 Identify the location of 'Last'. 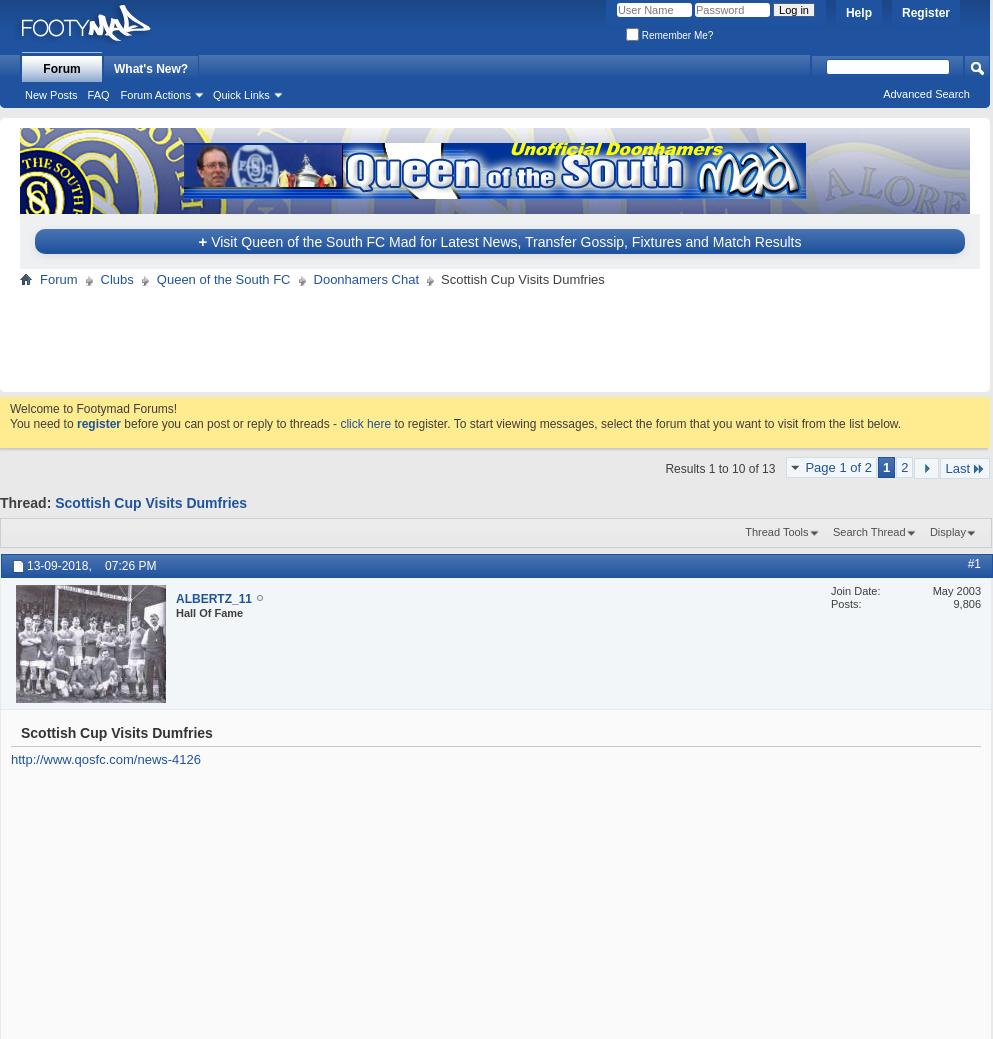
(957, 467).